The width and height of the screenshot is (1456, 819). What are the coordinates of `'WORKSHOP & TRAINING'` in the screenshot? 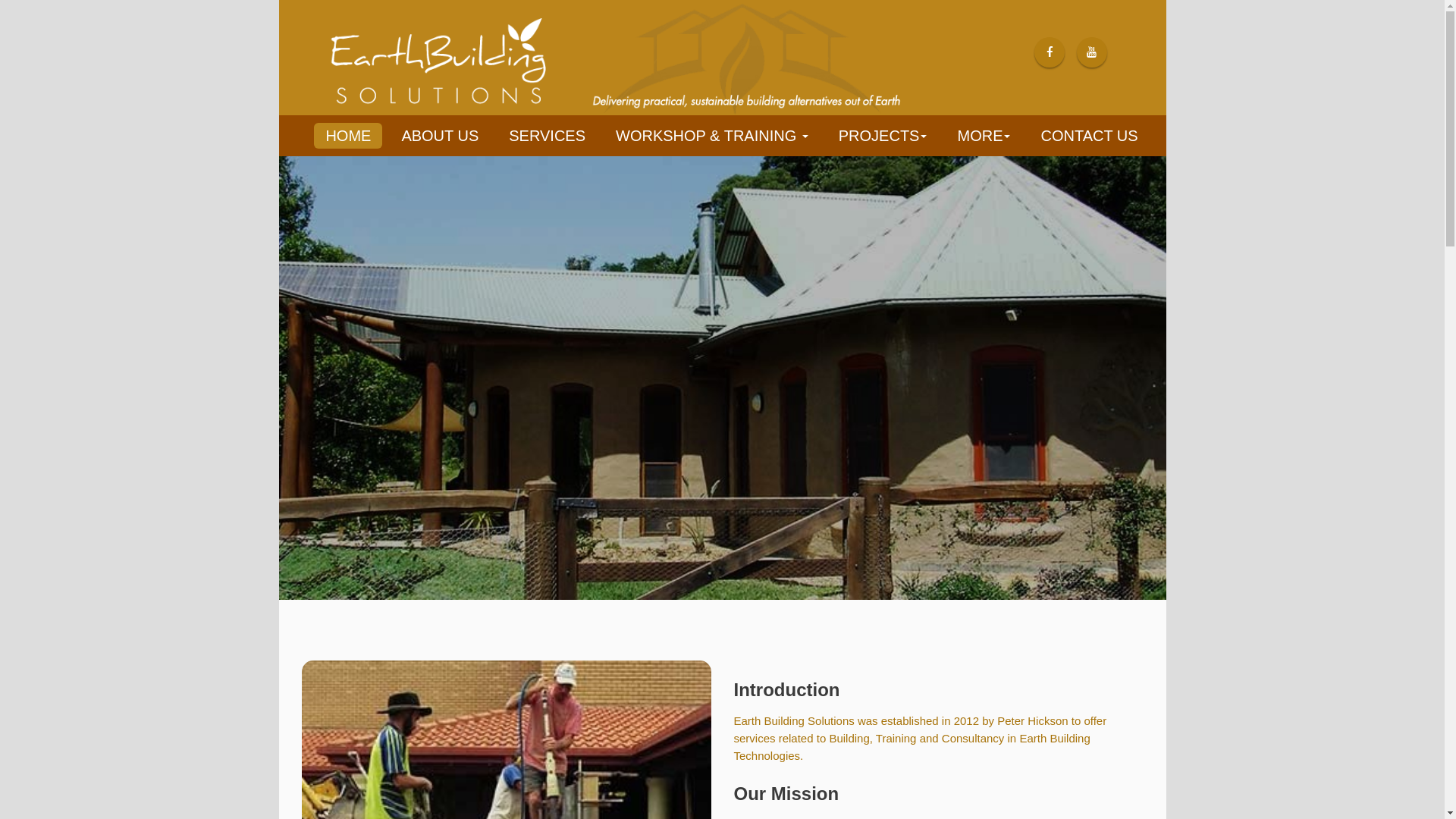 It's located at (604, 134).